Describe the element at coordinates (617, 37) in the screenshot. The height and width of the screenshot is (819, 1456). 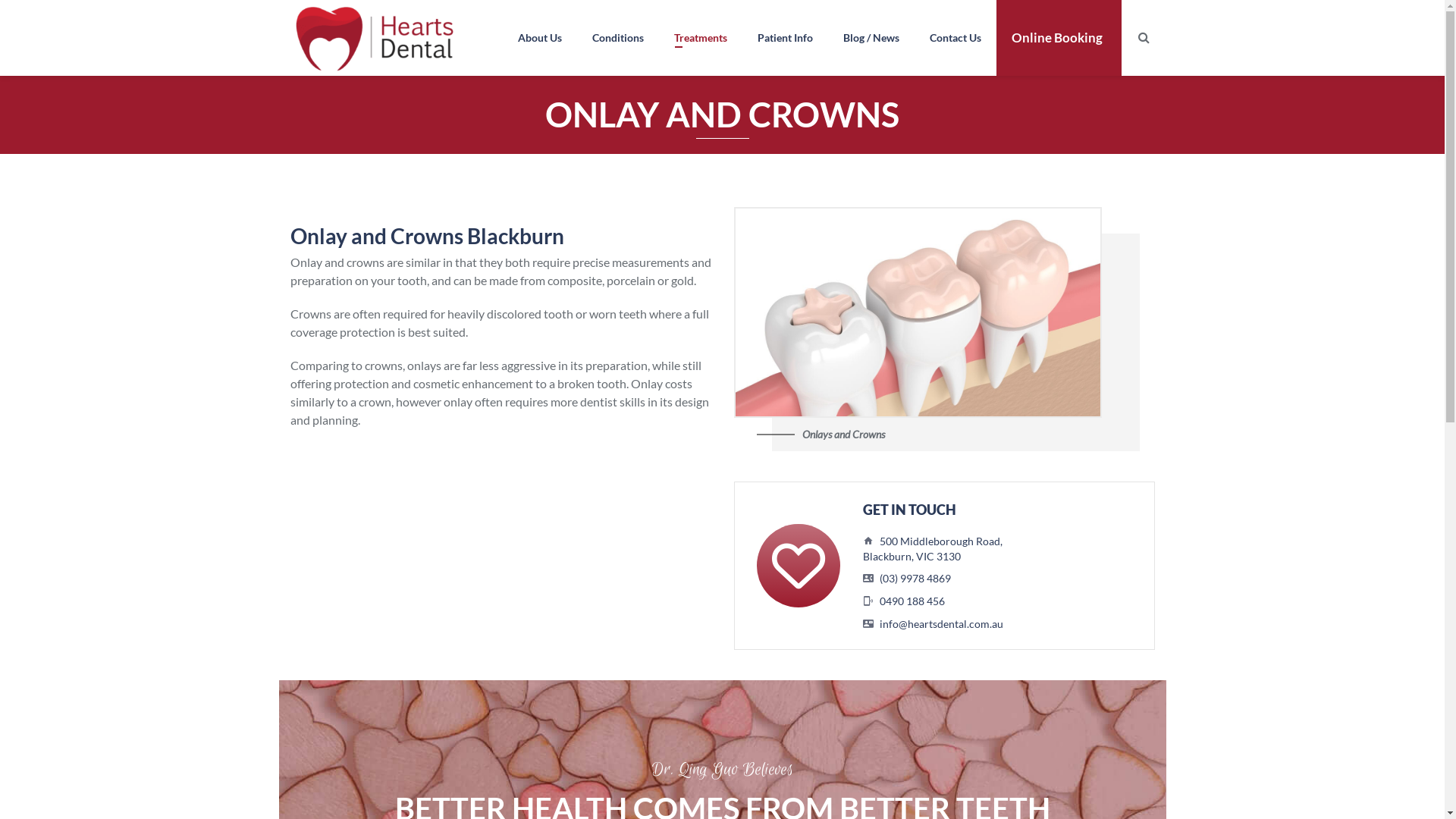
I see `'Conditions'` at that location.